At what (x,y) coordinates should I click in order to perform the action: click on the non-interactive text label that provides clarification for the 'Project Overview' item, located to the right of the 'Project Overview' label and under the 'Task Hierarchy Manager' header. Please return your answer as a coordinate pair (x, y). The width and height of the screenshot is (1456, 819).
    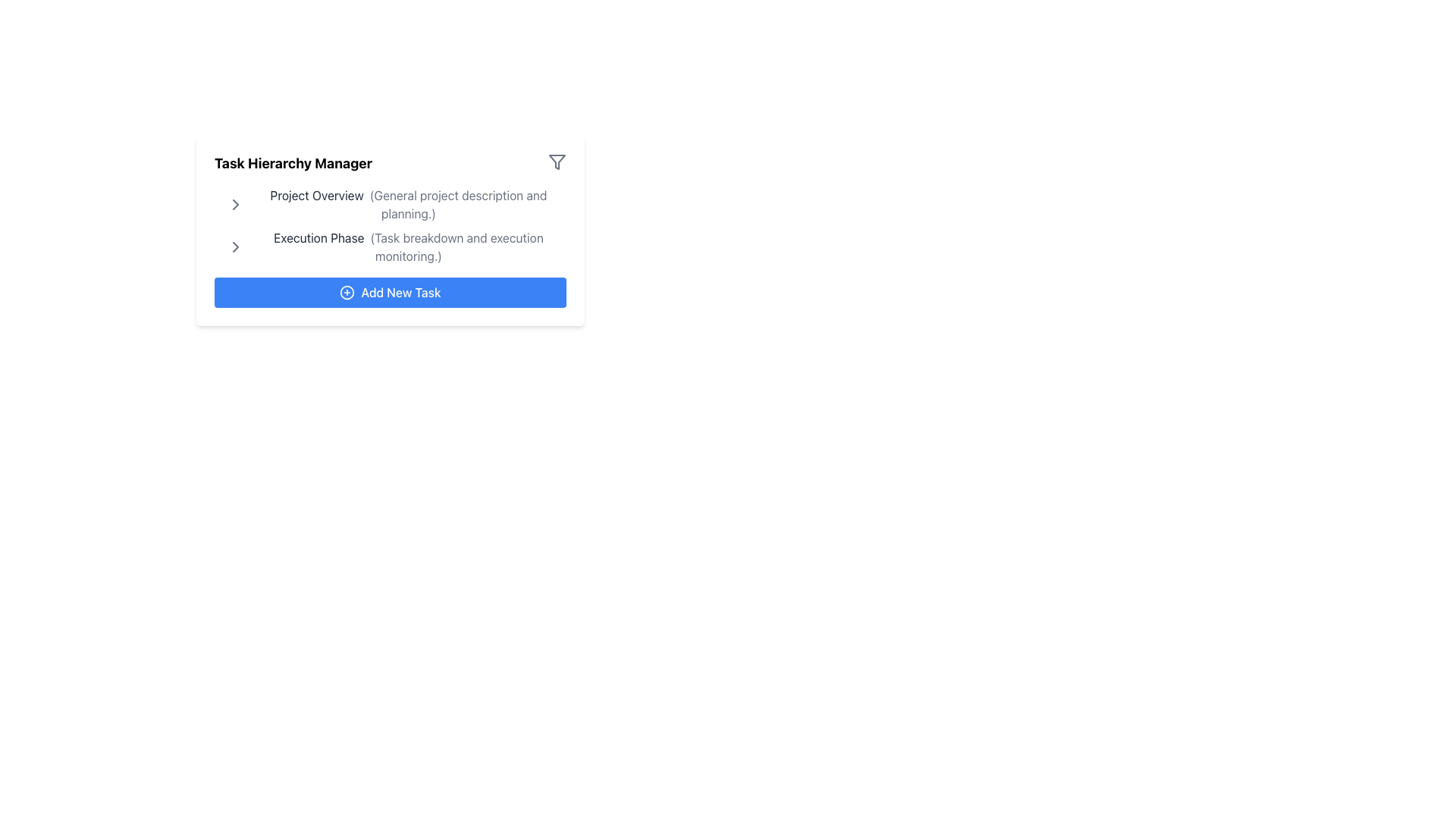
    Looking at the image, I should click on (457, 205).